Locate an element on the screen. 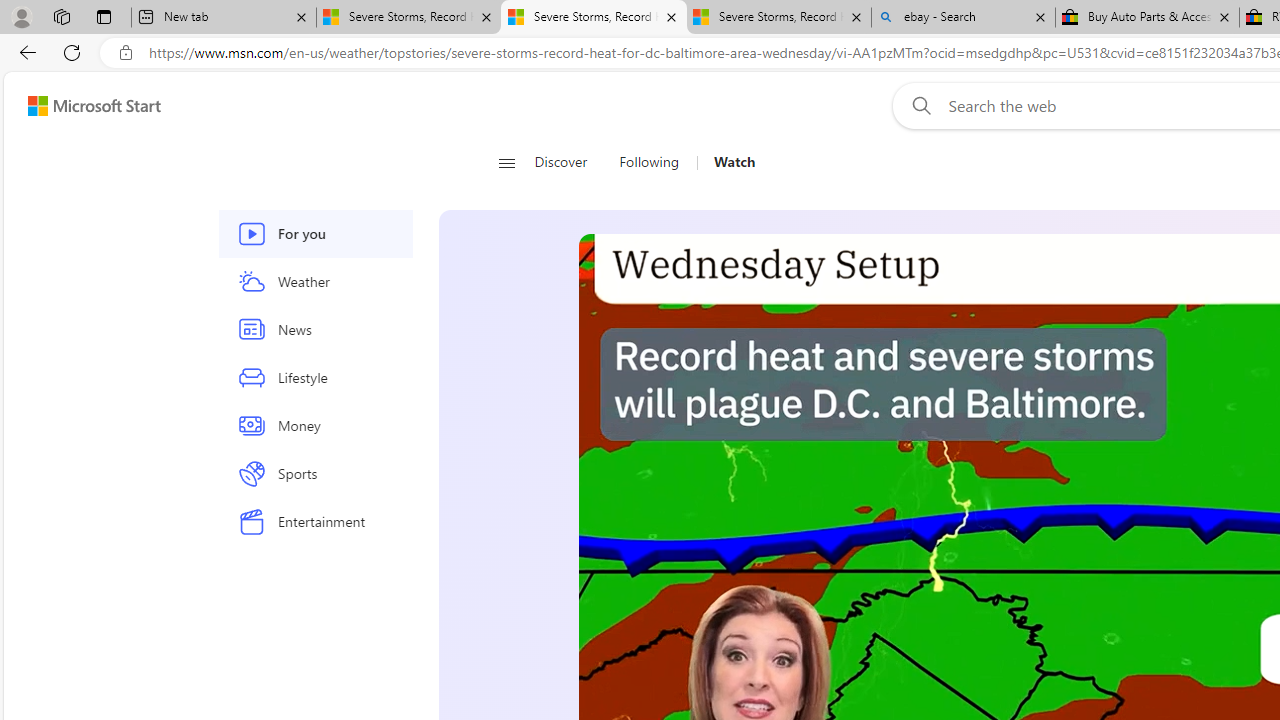  'Class: button-glyph' is located at coordinates (506, 162).